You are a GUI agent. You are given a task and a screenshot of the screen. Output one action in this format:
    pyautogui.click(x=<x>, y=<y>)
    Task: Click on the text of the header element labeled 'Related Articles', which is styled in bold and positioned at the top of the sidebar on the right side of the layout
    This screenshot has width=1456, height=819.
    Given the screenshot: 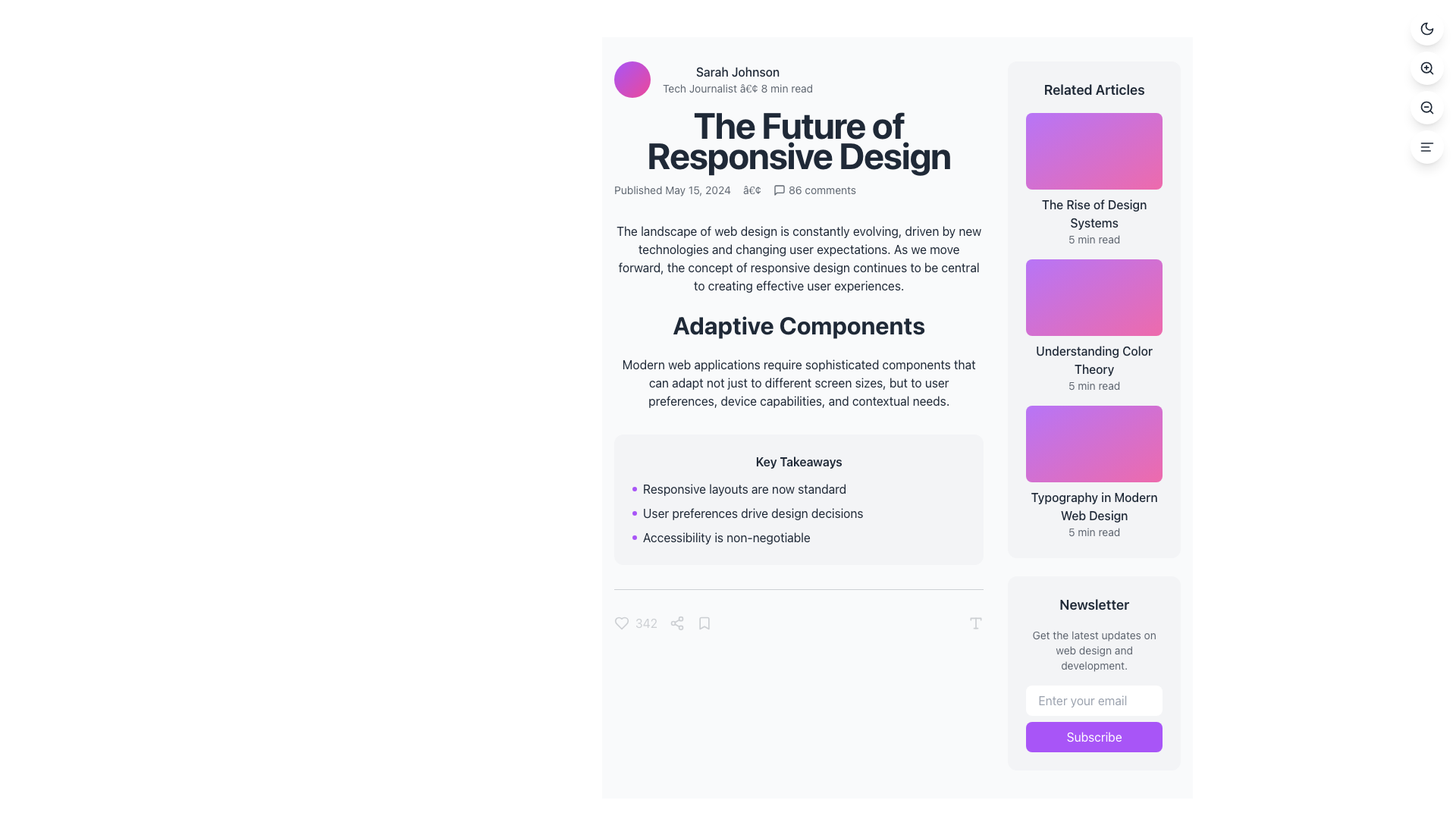 What is the action you would take?
    pyautogui.click(x=1094, y=90)
    